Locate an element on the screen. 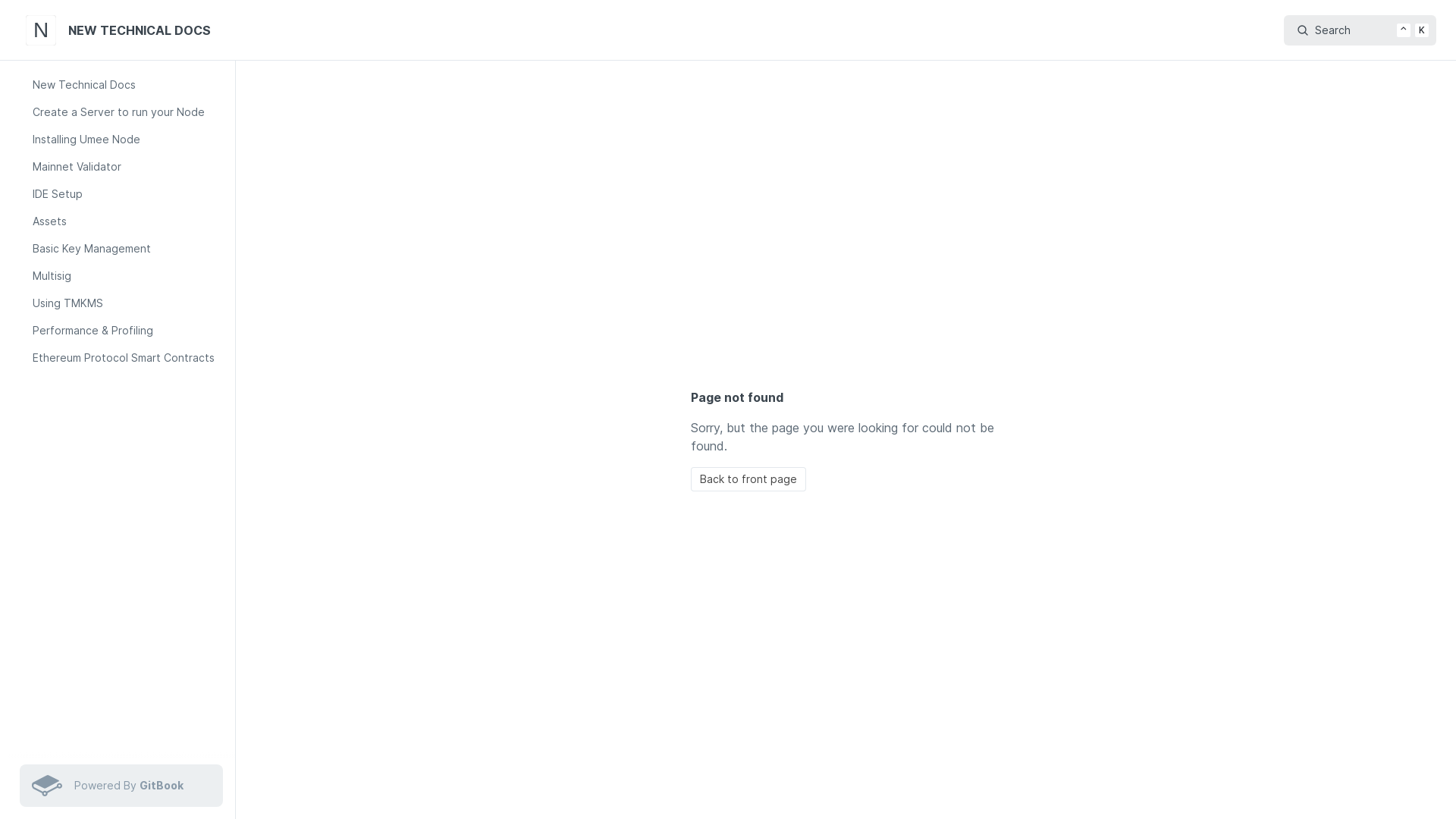  'Basic Key Management' is located at coordinates (25, 247).